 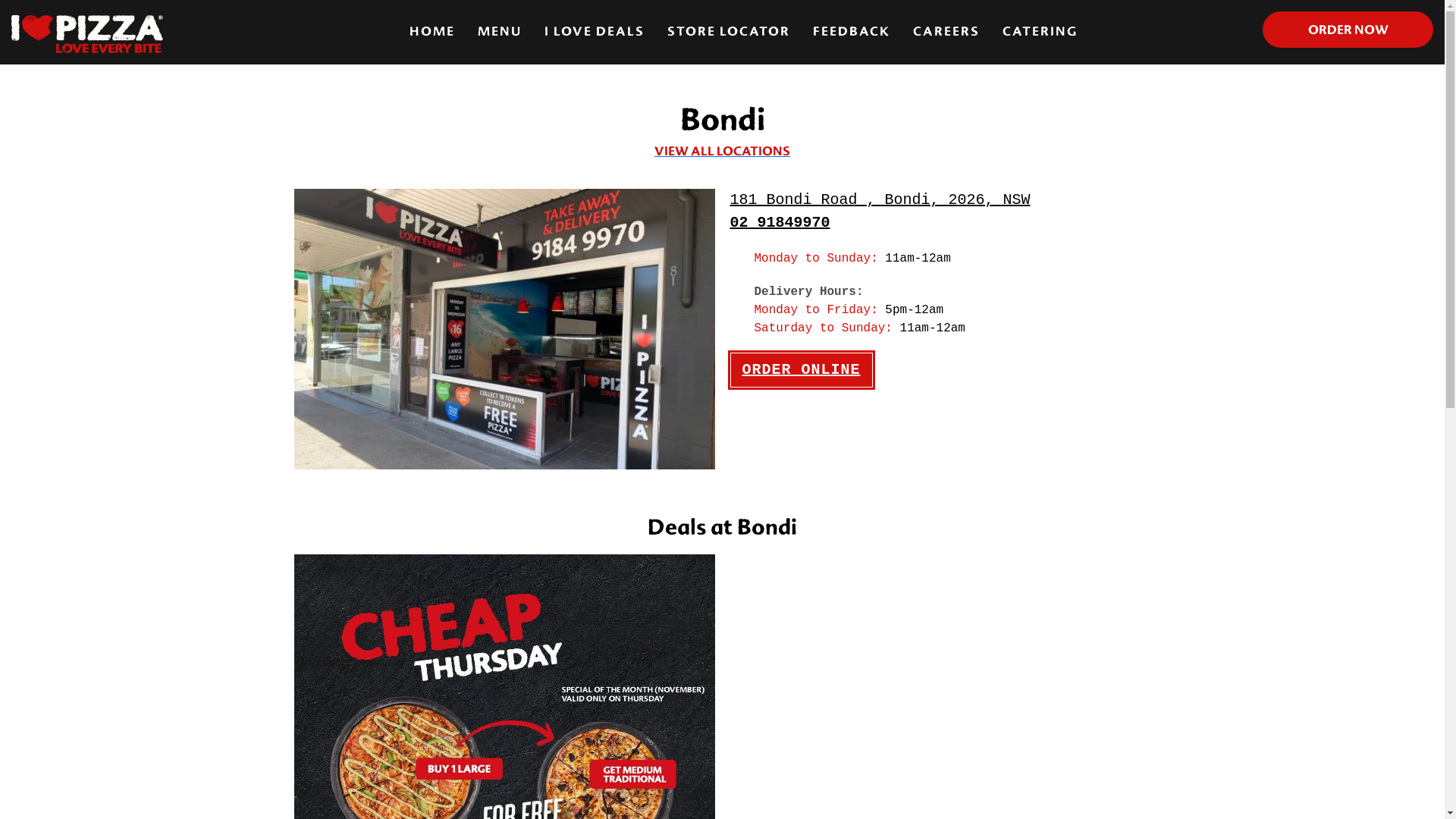 I want to click on 'MENU', so click(x=499, y=32).